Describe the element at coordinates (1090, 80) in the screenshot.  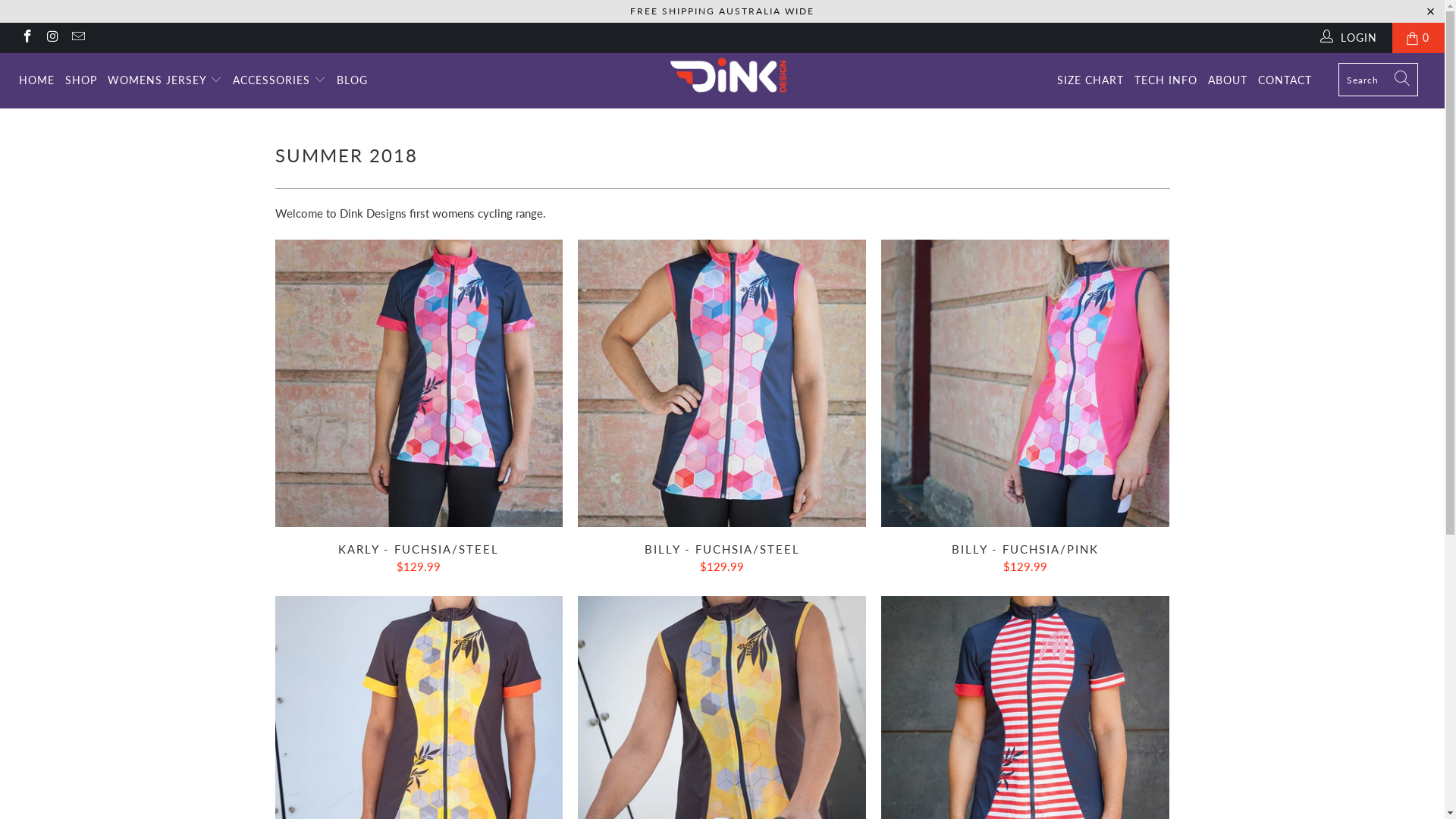
I see `'SIZE CHART'` at that location.